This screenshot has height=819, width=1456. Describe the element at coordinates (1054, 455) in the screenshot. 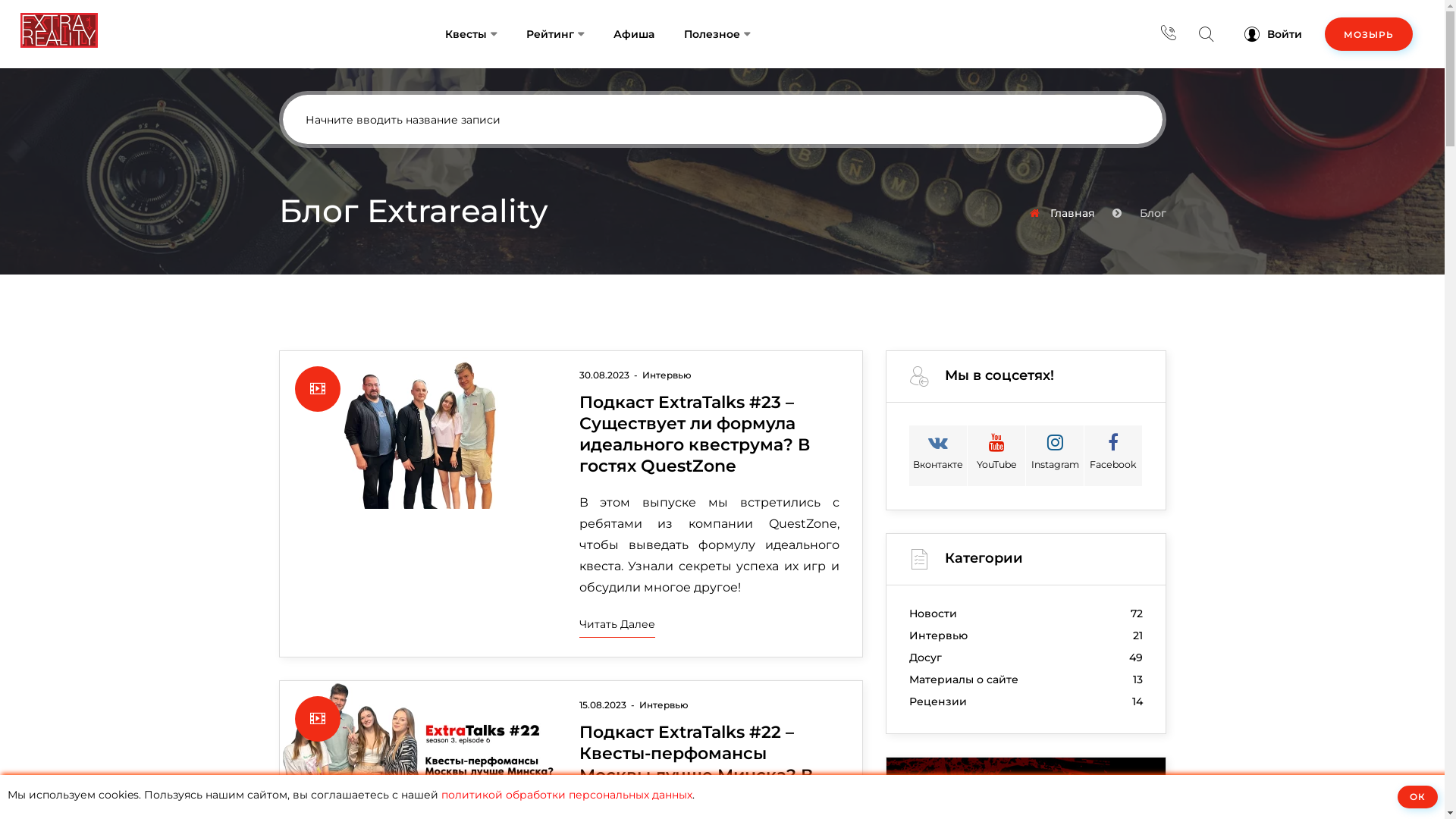

I see `'Instagram'` at that location.